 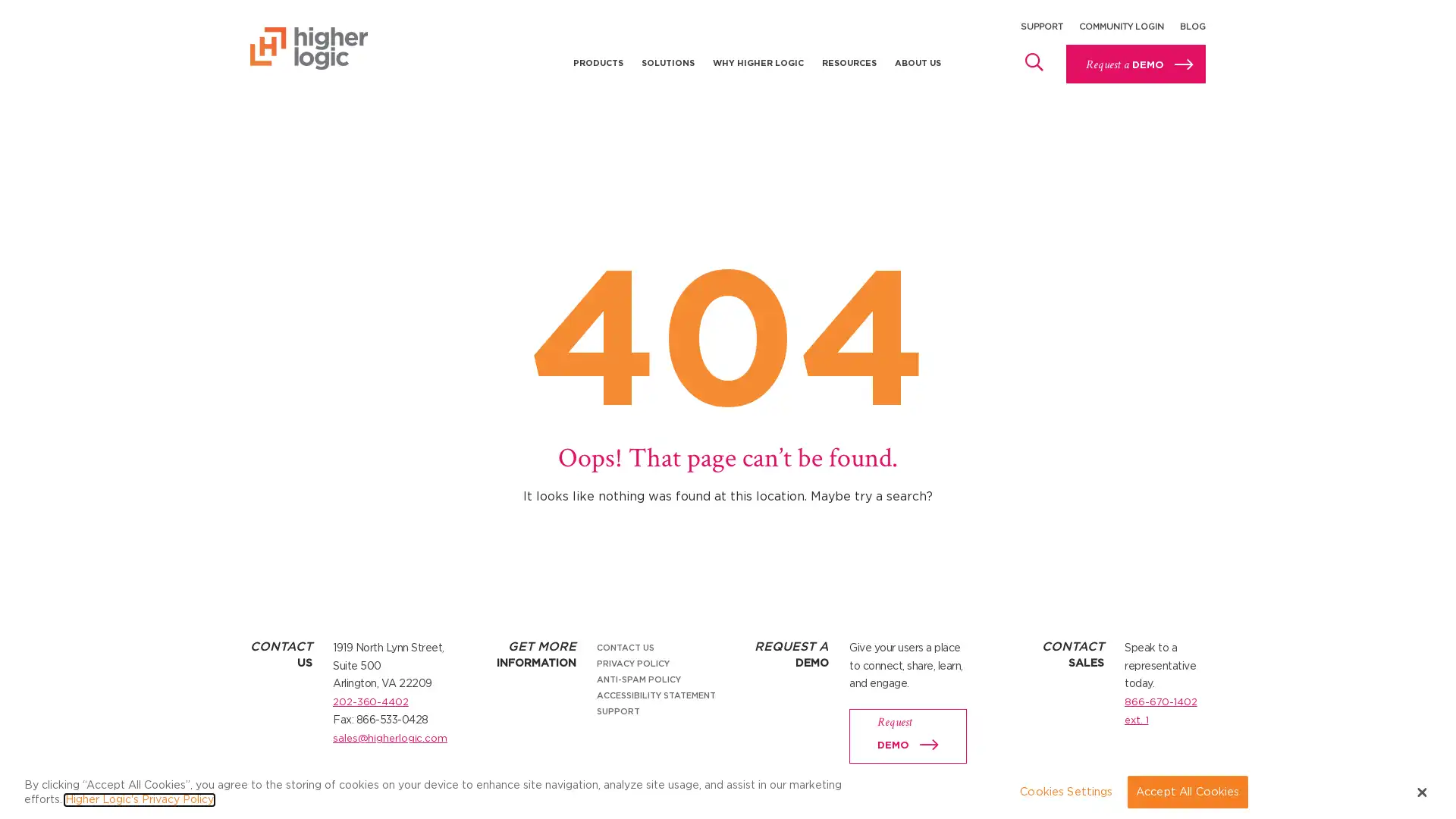 What do you see at coordinates (1420, 792) in the screenshot?
I see `Close` at bounding box center [1420, 792].